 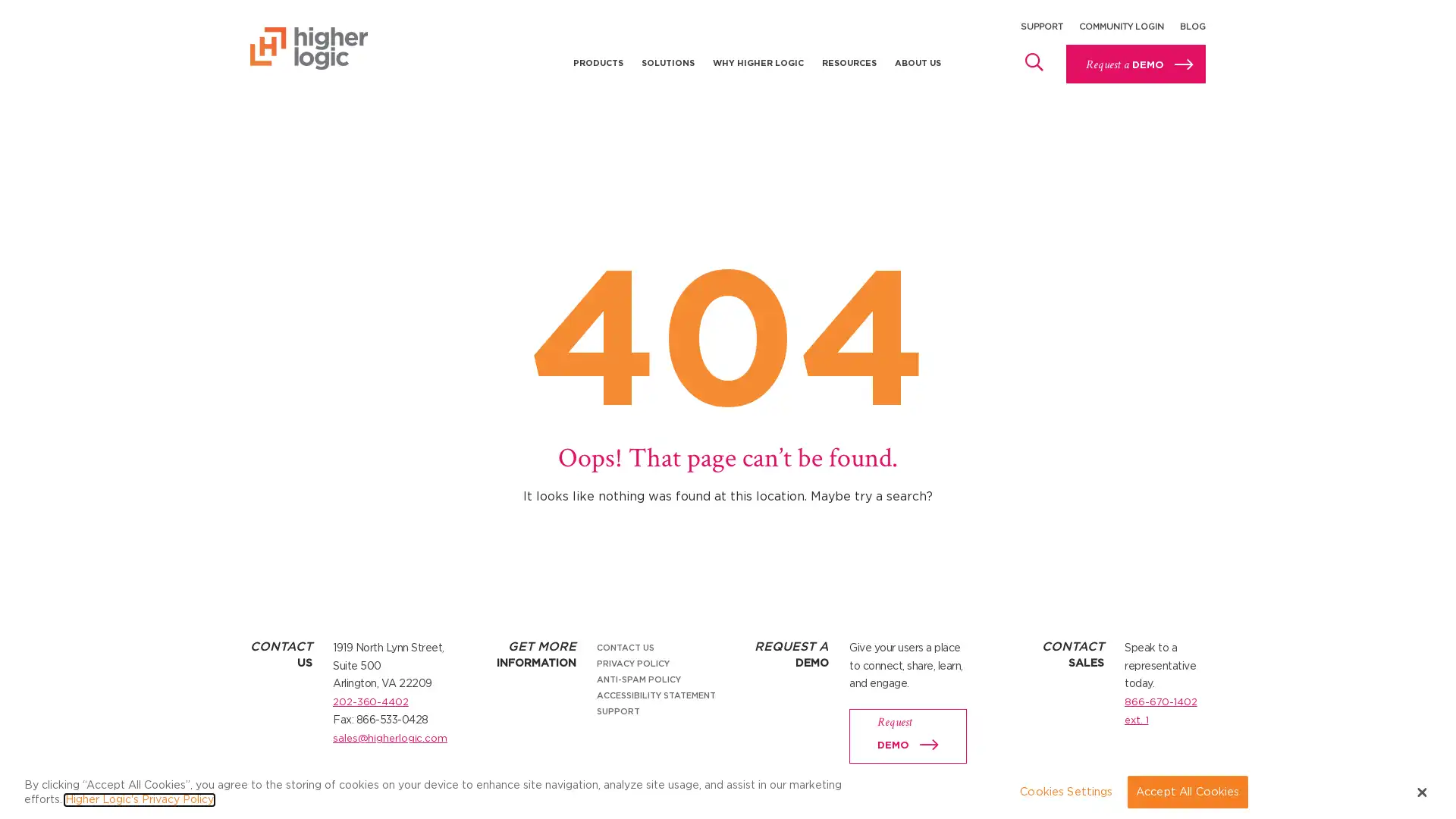 What do you see at coordinates (1420, 792) in the screenshot?
I see `Close` at bounding box center [1420, 792].